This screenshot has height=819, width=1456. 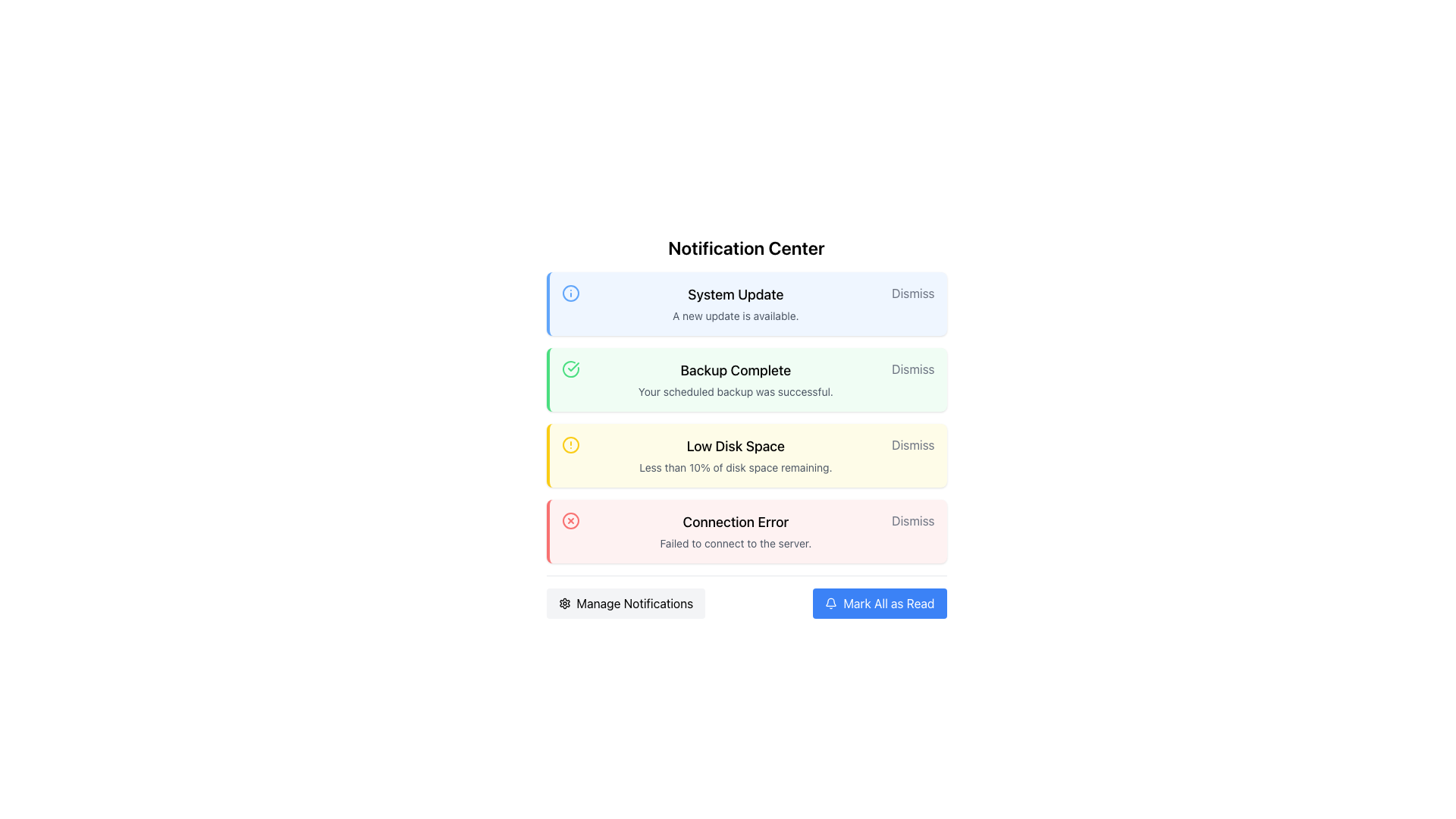 What do you see at coordinates (570, 519) in the screenshot?
I see `the error notification icon located to the left of the 'Connection Error' text in the bottom-most notification card` at bounding box center [570, 519].